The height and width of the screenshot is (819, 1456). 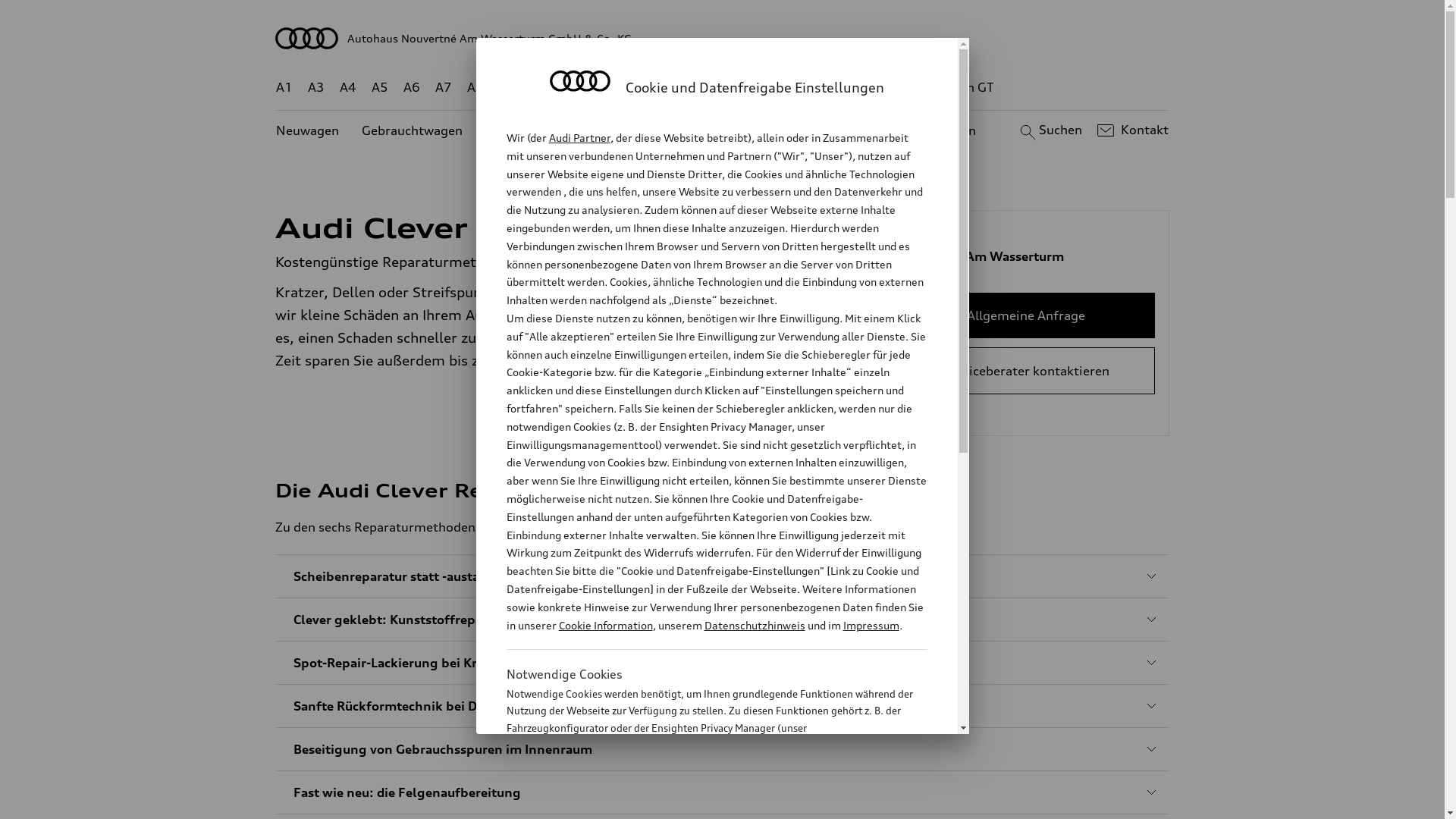 What do you see at coordinates (699, 802) in the screenshot?
I see `'Cookie Information'` at bounding box center [699, 802].